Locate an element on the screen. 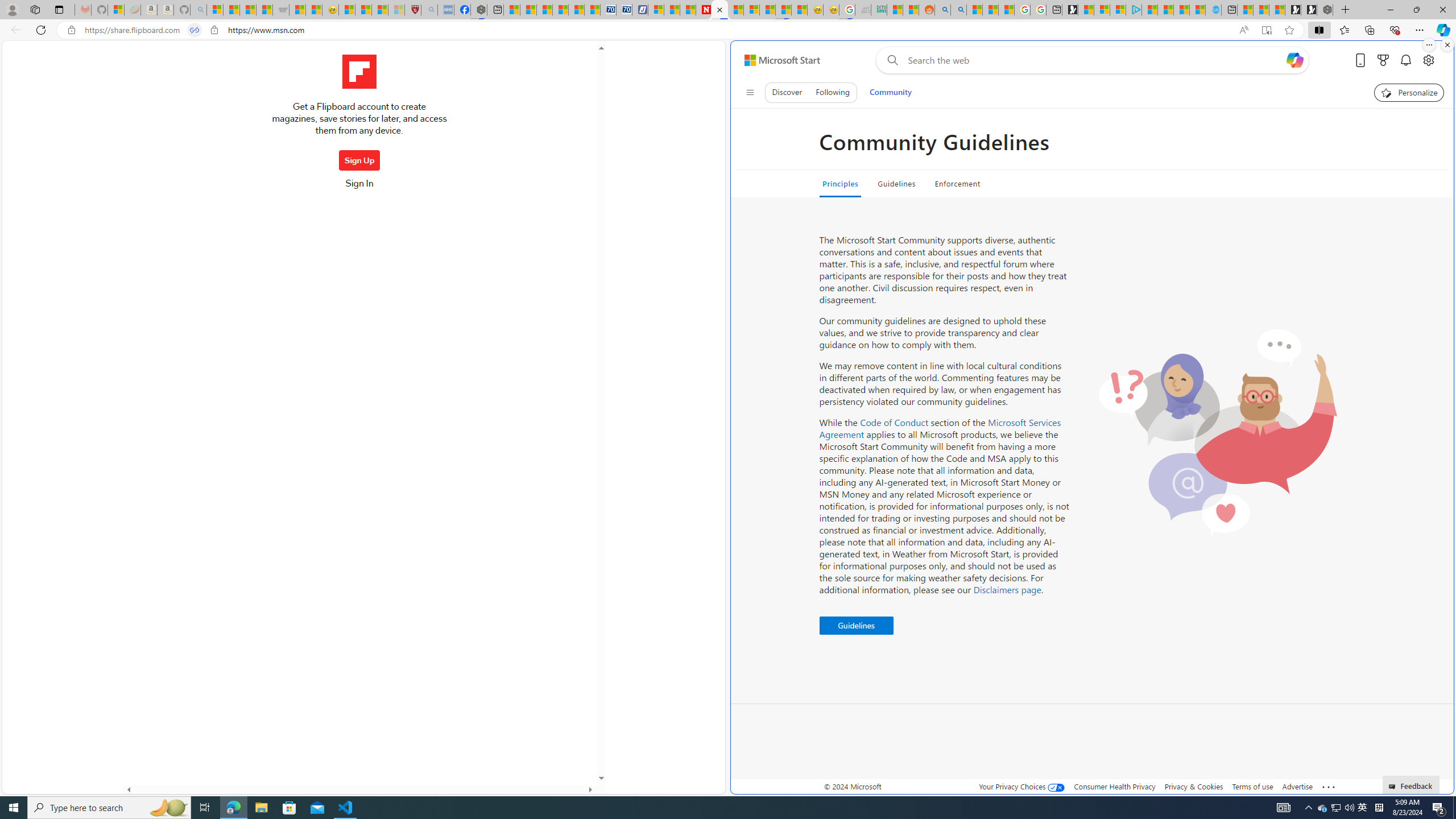 The height and width of the screenshot is (819, 1456). 'Class: feedback_link_icon-DS-EntryPoint1-1' is located at coordinates (1393, 786).